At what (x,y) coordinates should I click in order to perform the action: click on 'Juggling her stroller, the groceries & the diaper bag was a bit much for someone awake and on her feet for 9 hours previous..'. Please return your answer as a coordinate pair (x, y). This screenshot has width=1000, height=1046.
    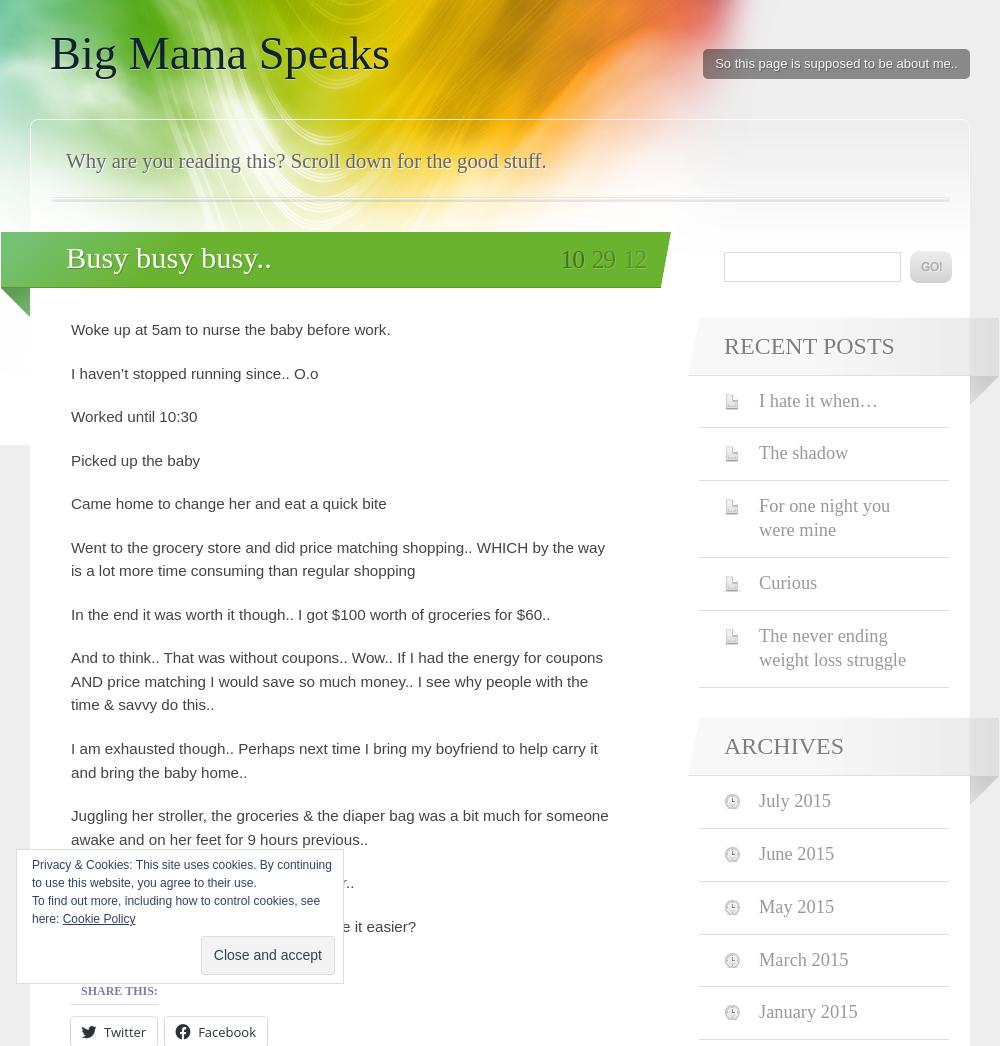
    Looking at the image, I should click on (338, 826).